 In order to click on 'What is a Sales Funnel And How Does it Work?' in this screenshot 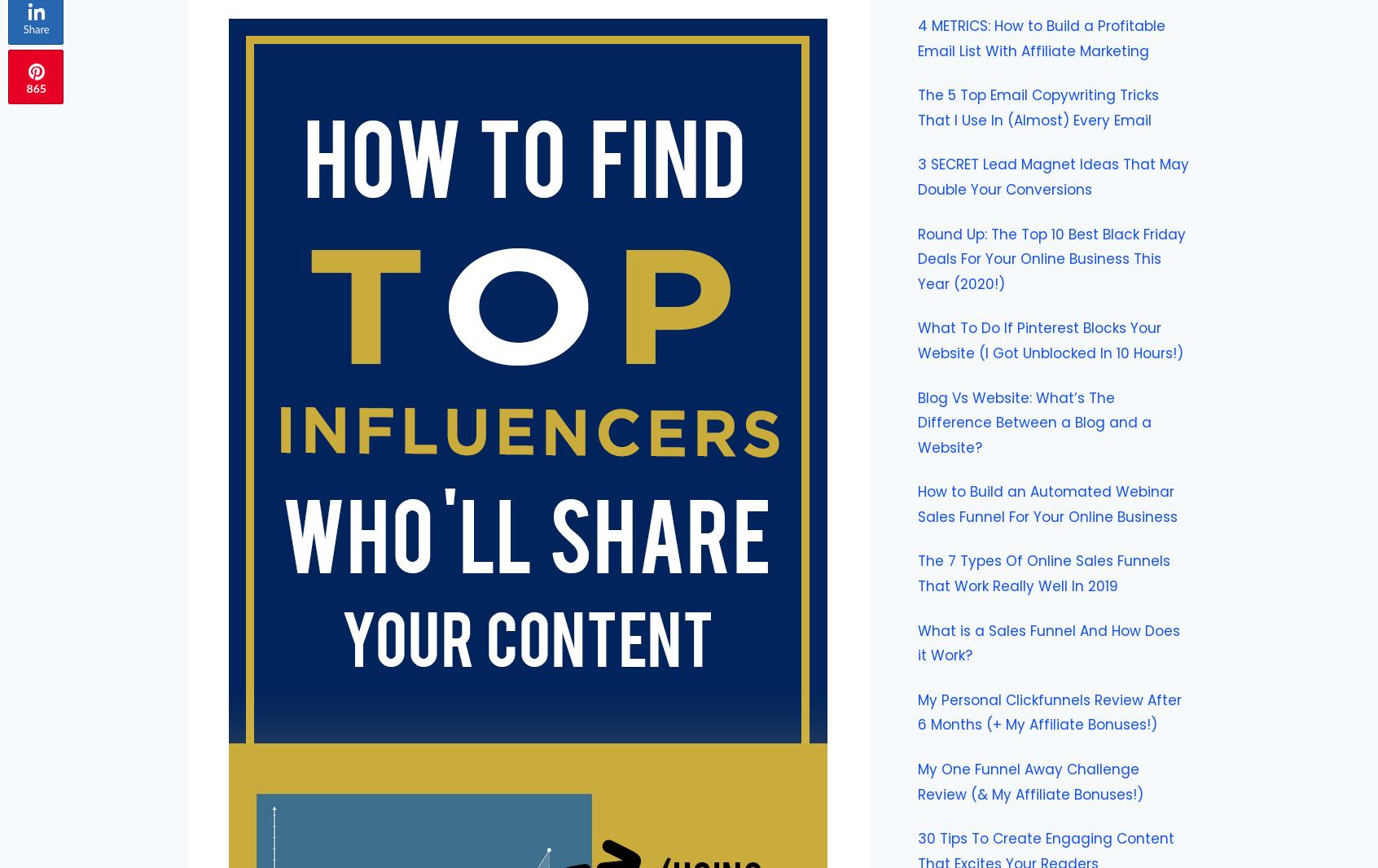, I will do `click(1047, 642)`.